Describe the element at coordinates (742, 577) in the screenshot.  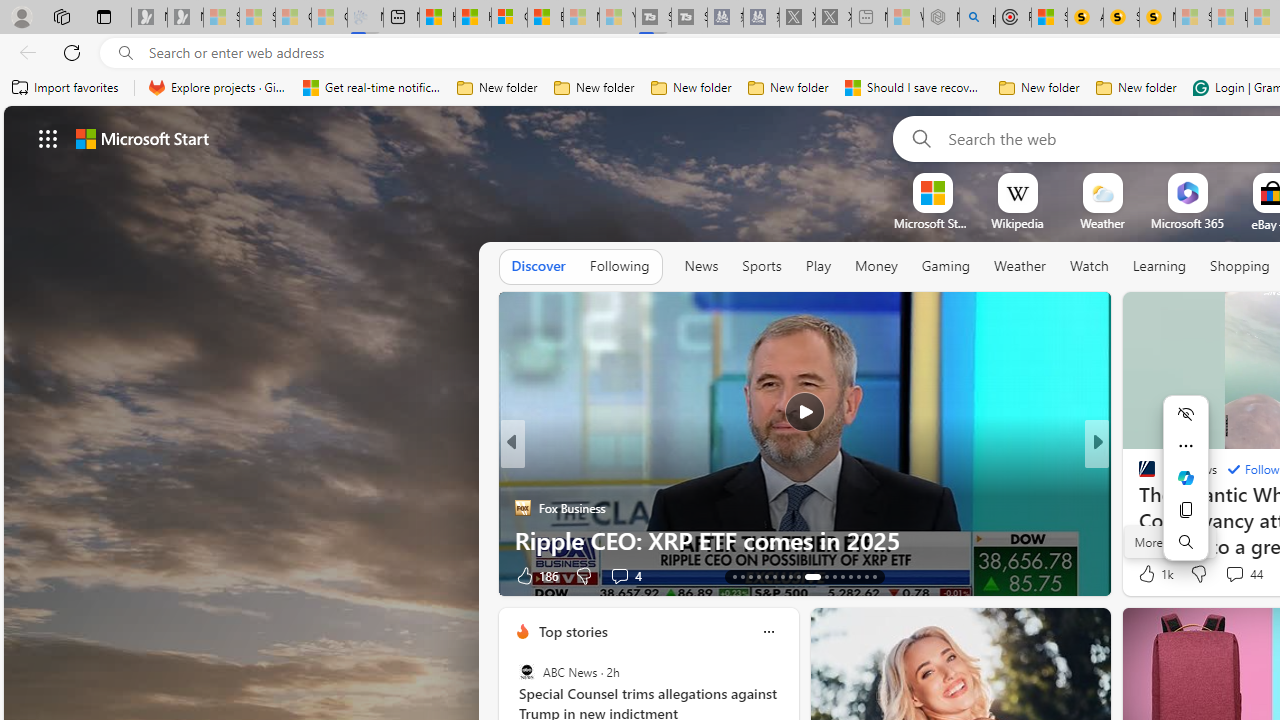
I see `'AutomationID: tab-14'` at that location.